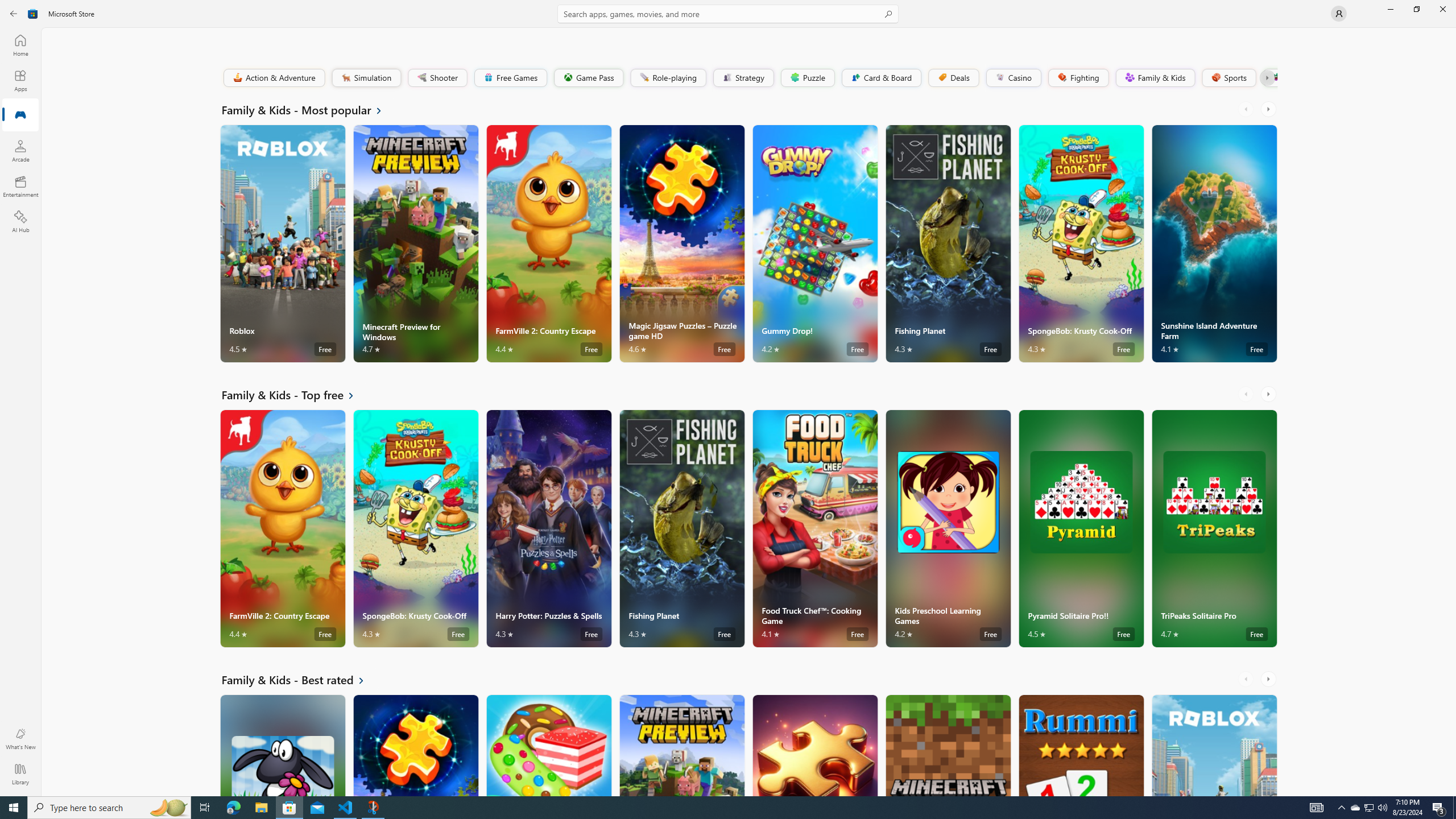 The height and width of the screenshot is (819, 1456). What do you see at coordinates (588, 77) in the screenshot?
I see `'Game Pass'` at bounding box center [588, 77].